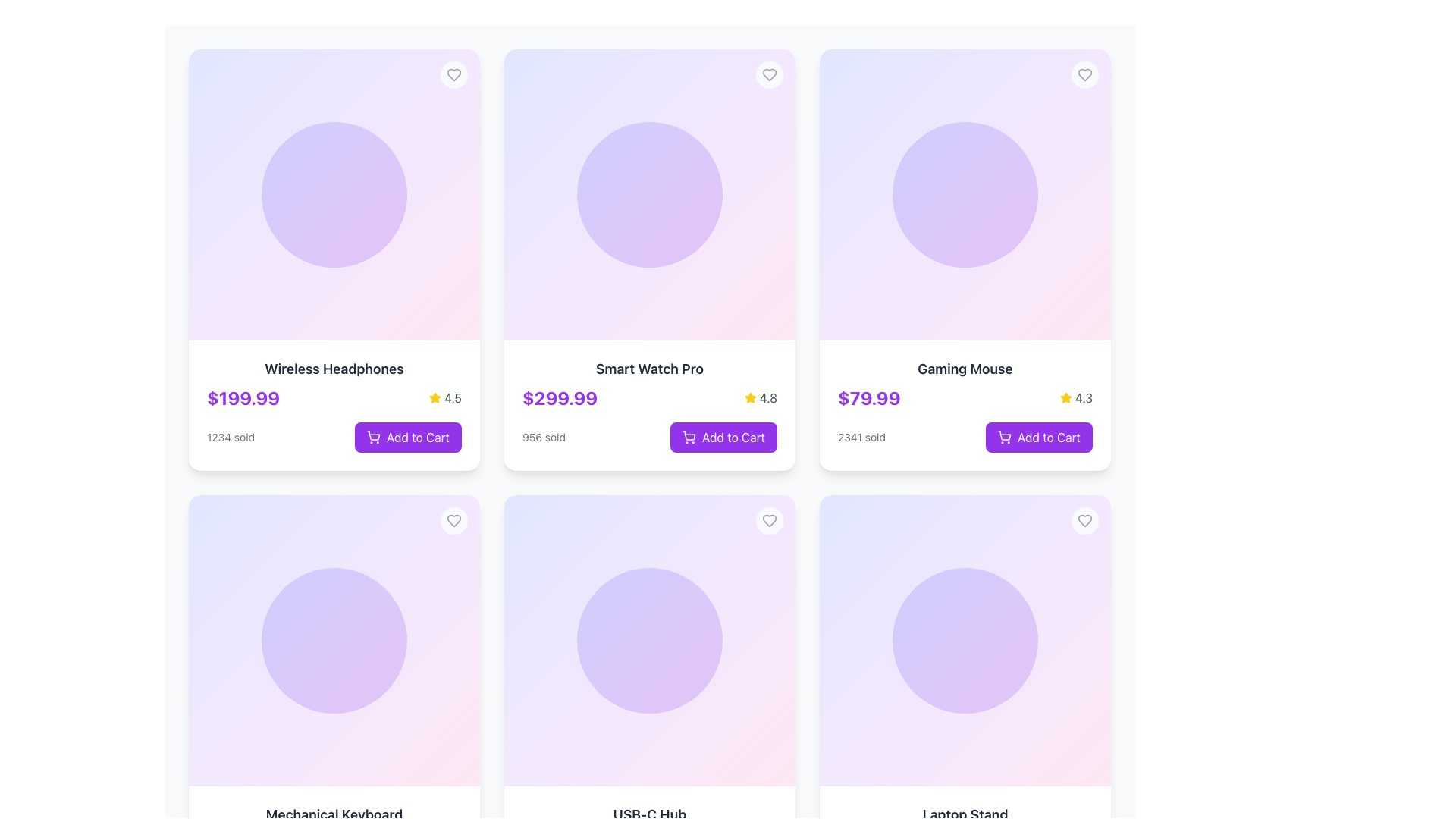 This screenshot has width=1456, height=819. I want to click on the 'Add to Cart' text label within the interactive button for the 'Gaming Mouse' product card to observe its interactive styles, so click(1048, 438).